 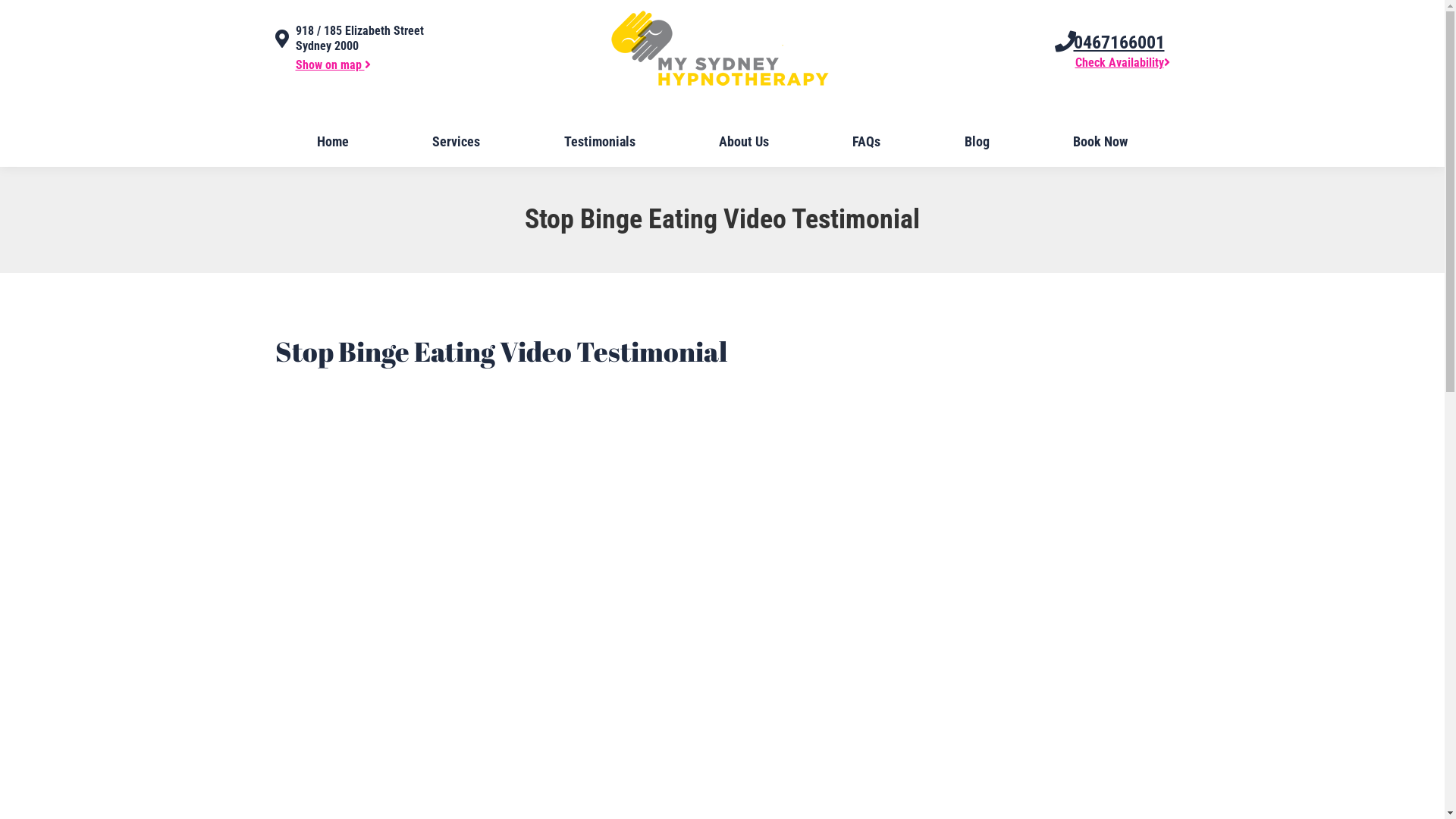 What do you see at coordinates (332, 64) in the screenshot?
I see `'Show on map'` at bounding box center [332, 64].